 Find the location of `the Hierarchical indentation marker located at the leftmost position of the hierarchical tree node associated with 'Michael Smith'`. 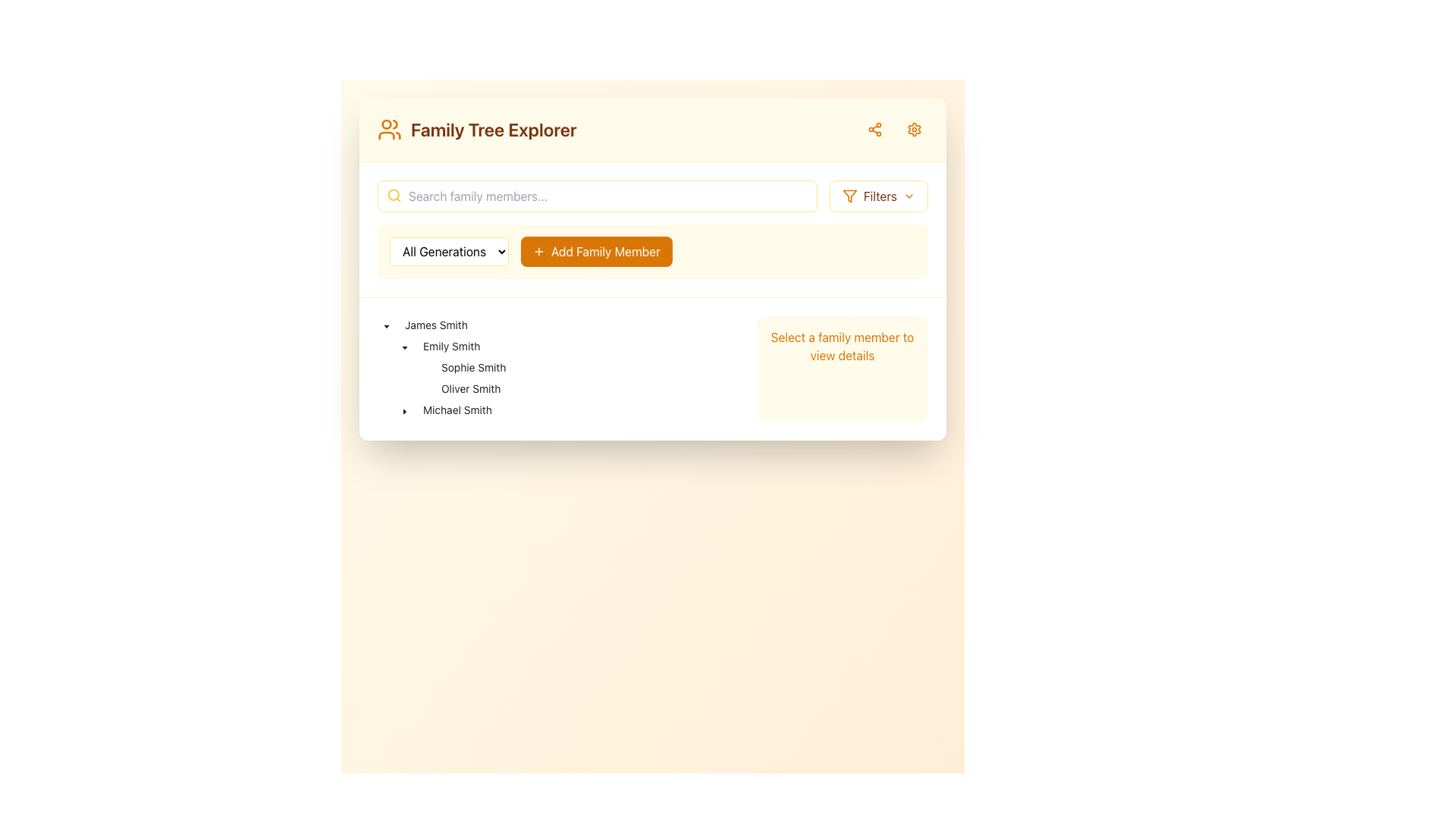

the Hierarchical indentation marker located at the leftmost position of the hierarchical tree node associated with 'Michael Smith' is located at coordinates (386, 409).